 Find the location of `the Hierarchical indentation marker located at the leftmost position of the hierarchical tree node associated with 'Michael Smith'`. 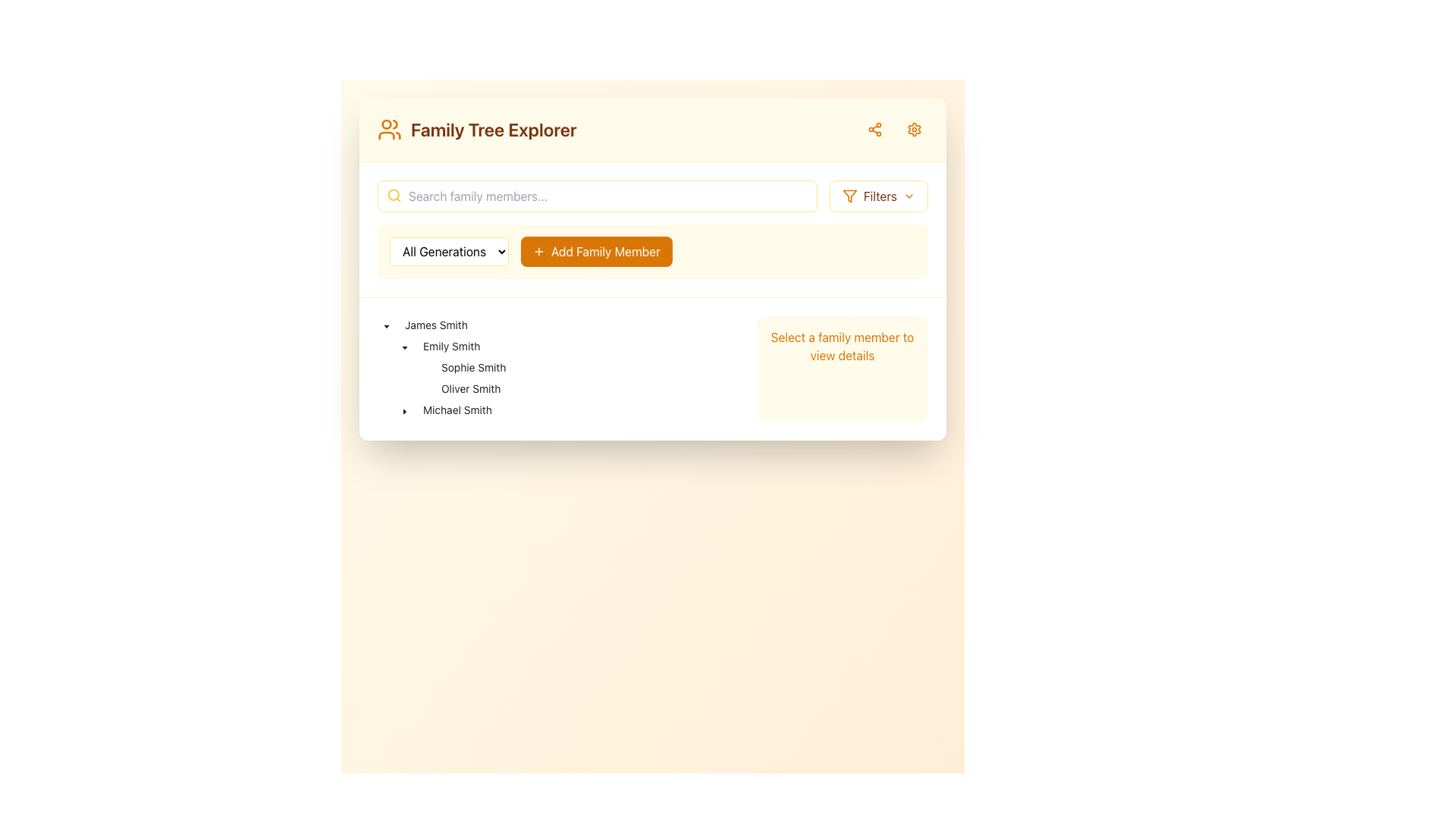

the Hierarchical indentation marker located at the leftmost position of the hierarchical tree node associated with 'Michael Smith' is located at coordinates (386, 409).